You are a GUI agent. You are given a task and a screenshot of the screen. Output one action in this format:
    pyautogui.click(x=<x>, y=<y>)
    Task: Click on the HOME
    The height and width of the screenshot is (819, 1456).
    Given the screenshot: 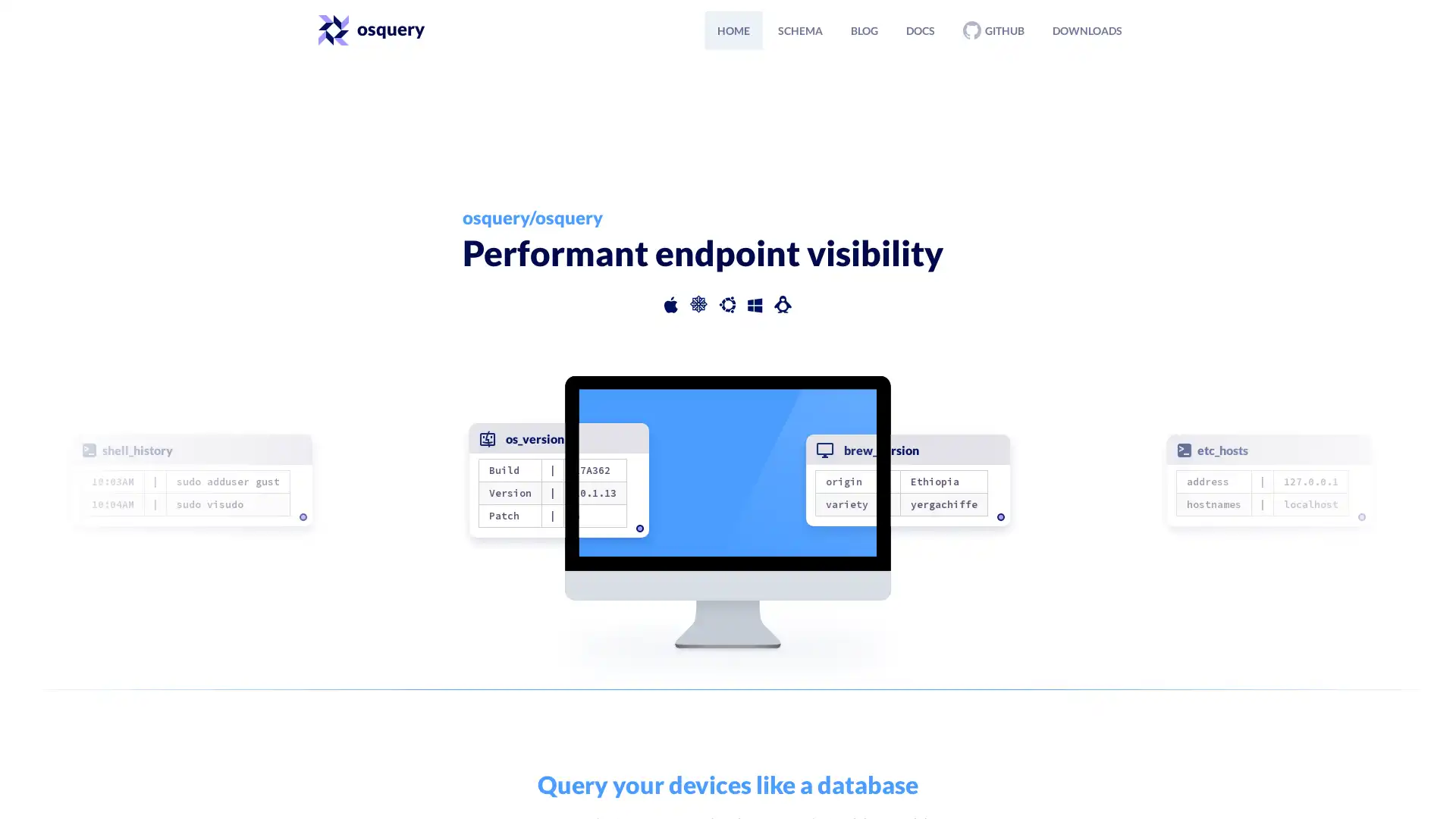 What is the action you would take?
    pyautogui.click(x=733, y=30)
    